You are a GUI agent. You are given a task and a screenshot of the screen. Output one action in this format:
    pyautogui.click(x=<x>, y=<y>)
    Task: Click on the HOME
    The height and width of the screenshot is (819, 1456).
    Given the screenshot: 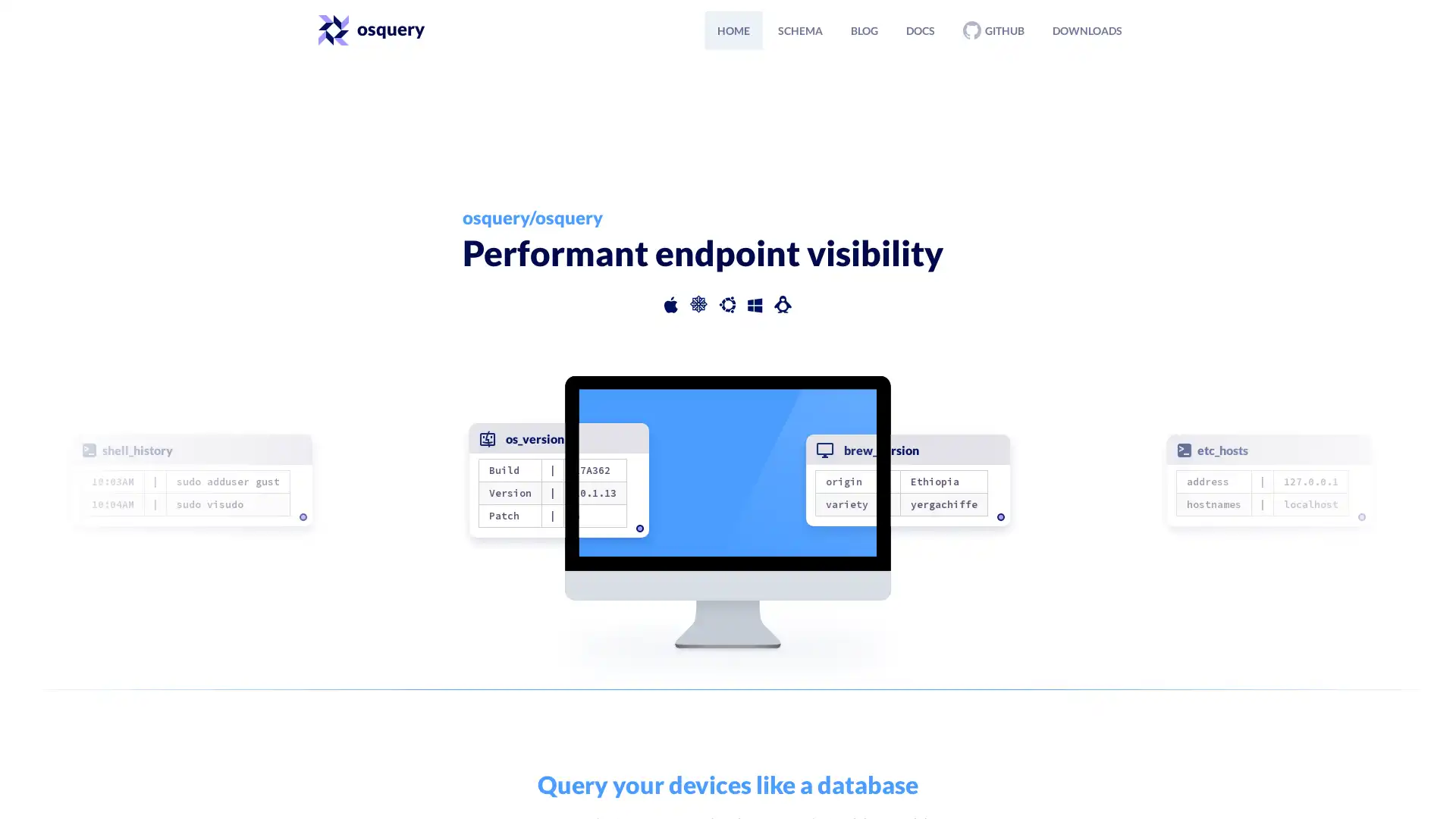 What is the action you would take?
    pyautogui.click(x=733, y=30)
    